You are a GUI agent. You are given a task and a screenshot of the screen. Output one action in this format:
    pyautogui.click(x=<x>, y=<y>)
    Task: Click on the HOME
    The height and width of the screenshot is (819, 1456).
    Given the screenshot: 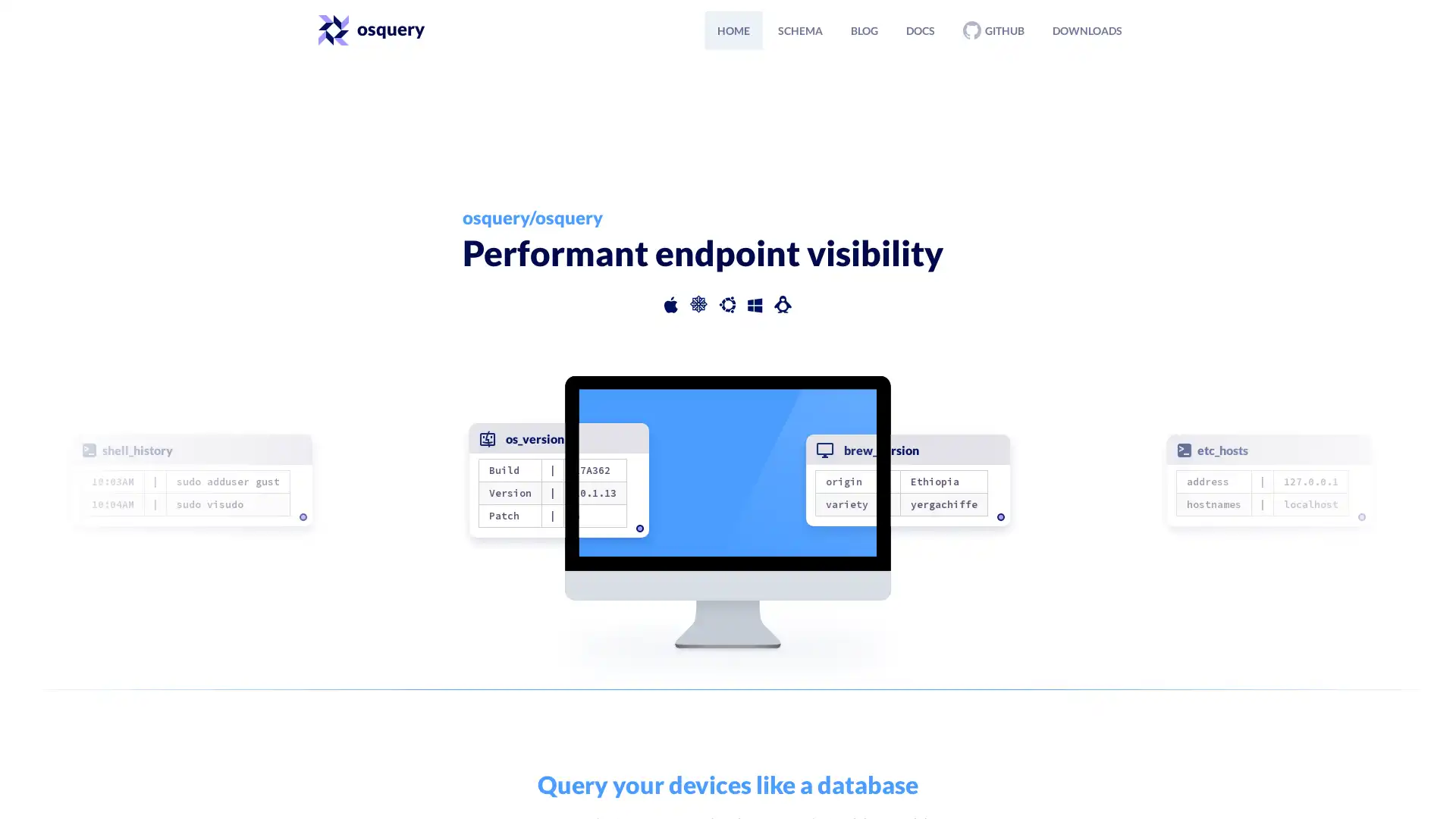 What is the action you would take?
    pyautogui.click(x=733, y=30)
    